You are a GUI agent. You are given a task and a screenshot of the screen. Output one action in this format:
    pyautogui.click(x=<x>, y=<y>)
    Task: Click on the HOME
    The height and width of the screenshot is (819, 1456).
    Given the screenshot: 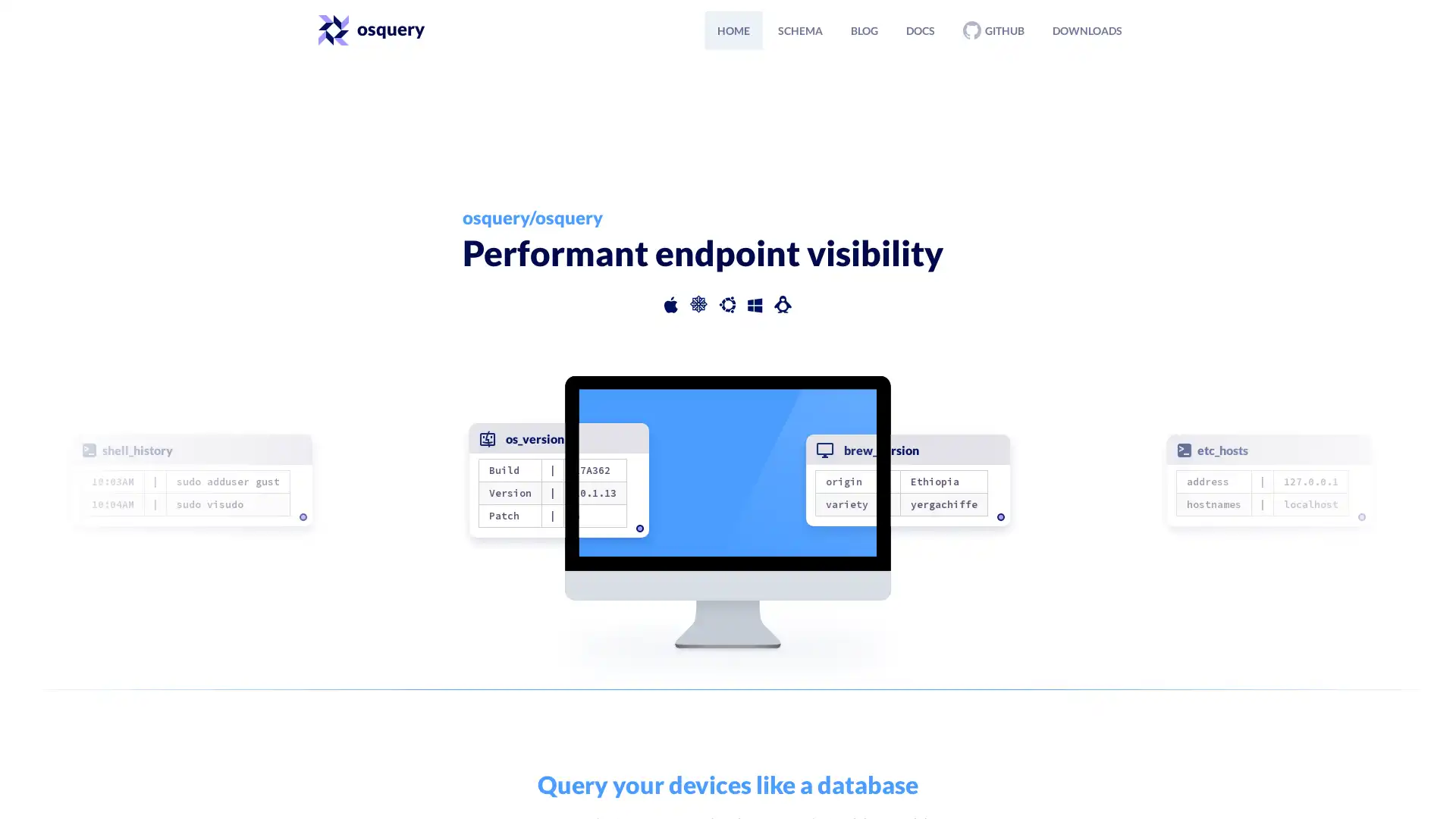 What is the action you would take?
    pyautogui.click(x=733, y=30)
    